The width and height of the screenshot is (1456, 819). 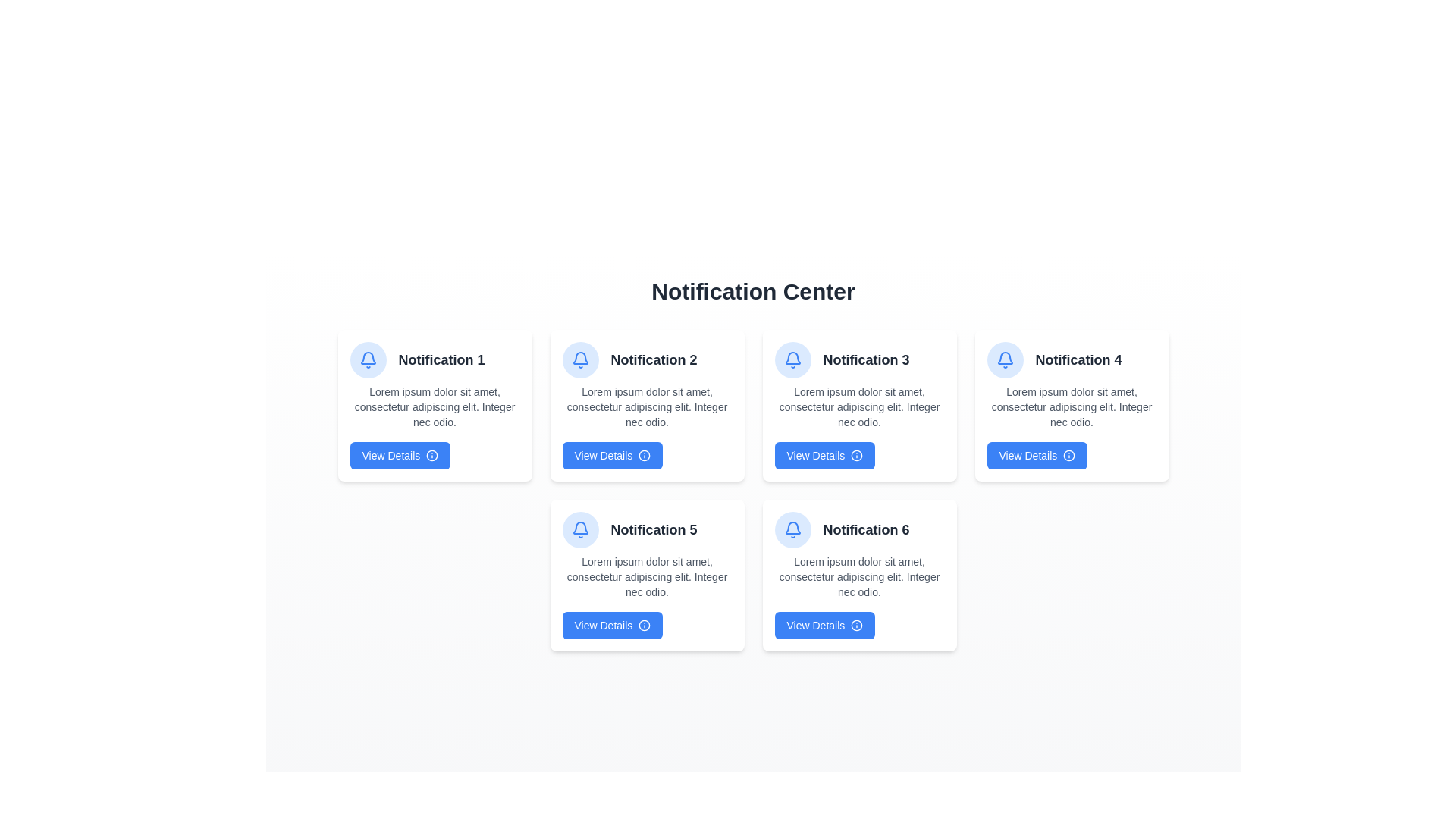 What do you see at coordinates (1071, 359) in the screenshot?
I see `the text label with the bell icon that displays 'Notification 4', located at the top section of the notification card in the top-right corner of the six-card grid layout` at bounding box center [1071, 359].